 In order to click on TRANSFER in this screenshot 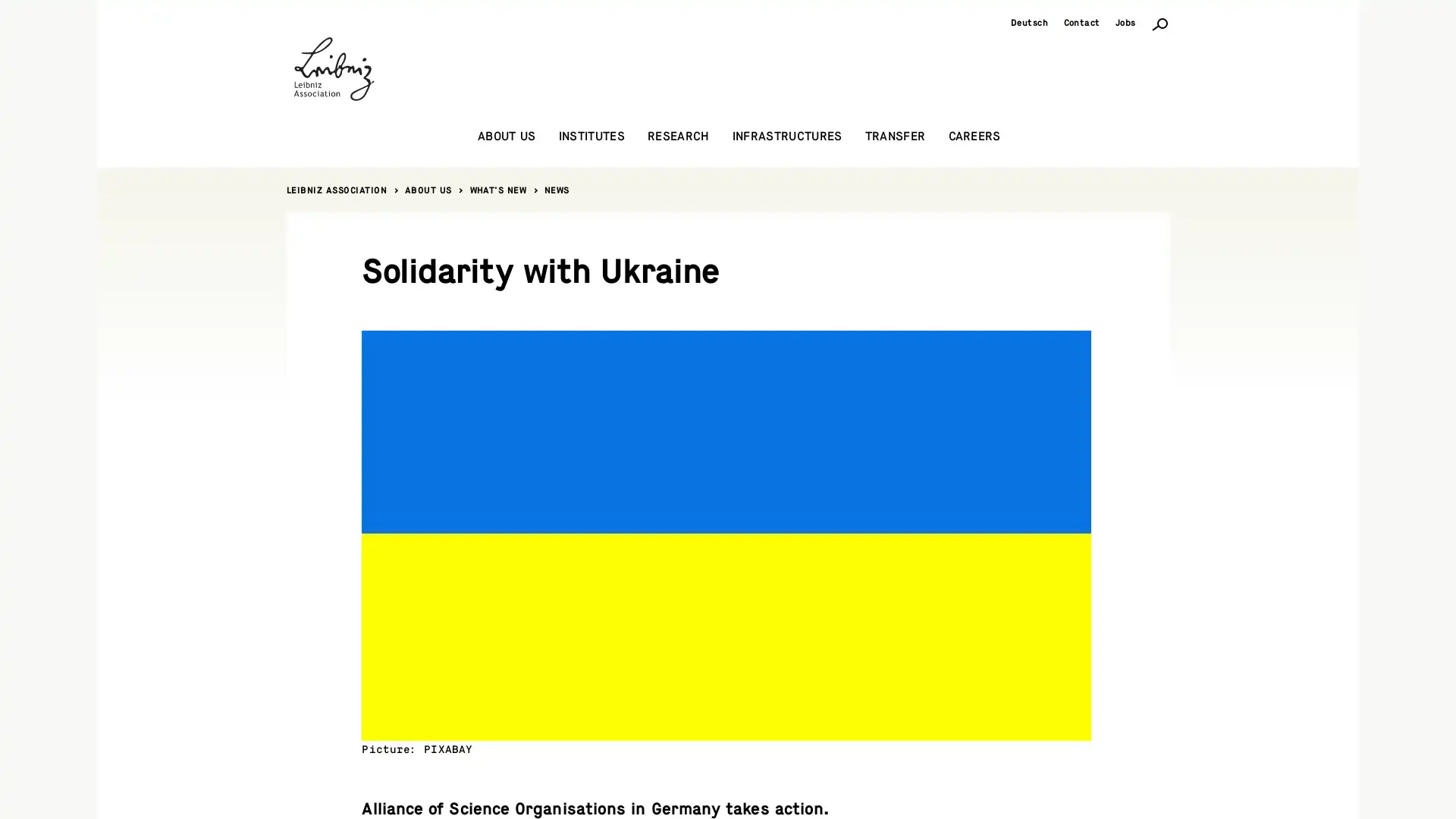, I will do `click(895, 136)`.